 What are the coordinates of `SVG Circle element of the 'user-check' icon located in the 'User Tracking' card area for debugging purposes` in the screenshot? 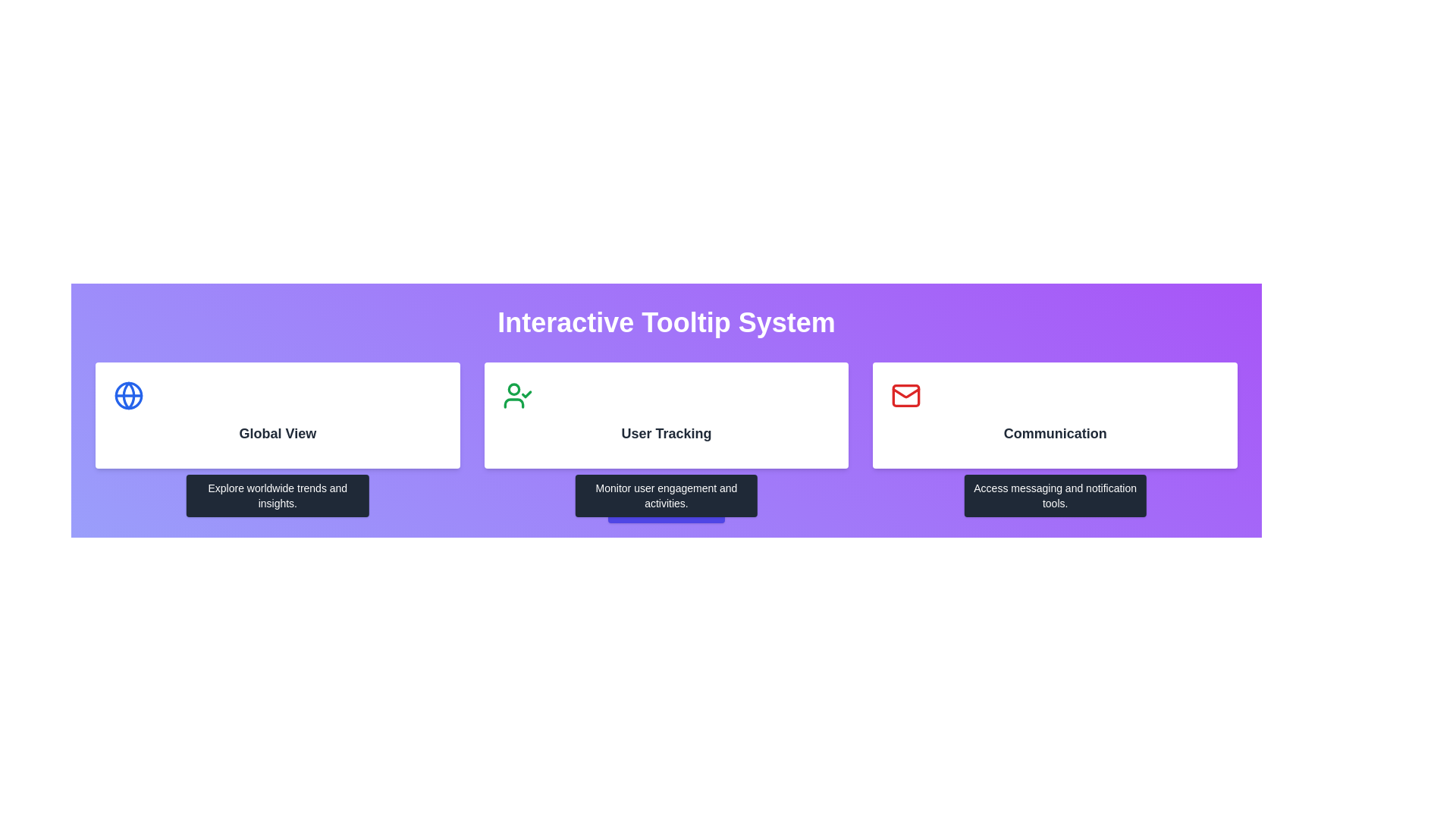 It's located at (513, 388).